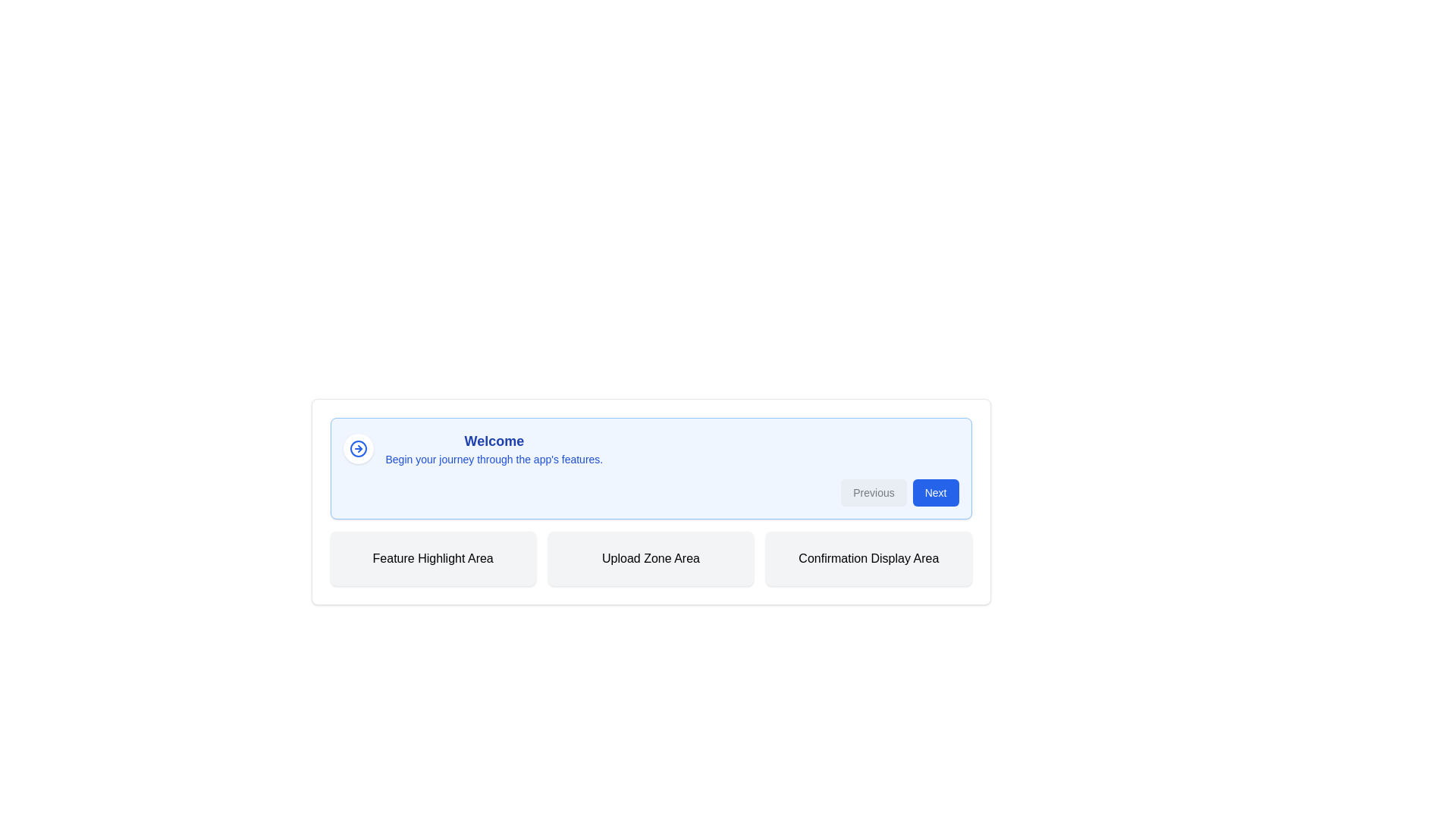  What do you see at coordinates (651, 558) in the screenshot?
I see `any section of the horizontally arranged grid layout containing three informational sections for interaction` at bounding box center [651, 558].